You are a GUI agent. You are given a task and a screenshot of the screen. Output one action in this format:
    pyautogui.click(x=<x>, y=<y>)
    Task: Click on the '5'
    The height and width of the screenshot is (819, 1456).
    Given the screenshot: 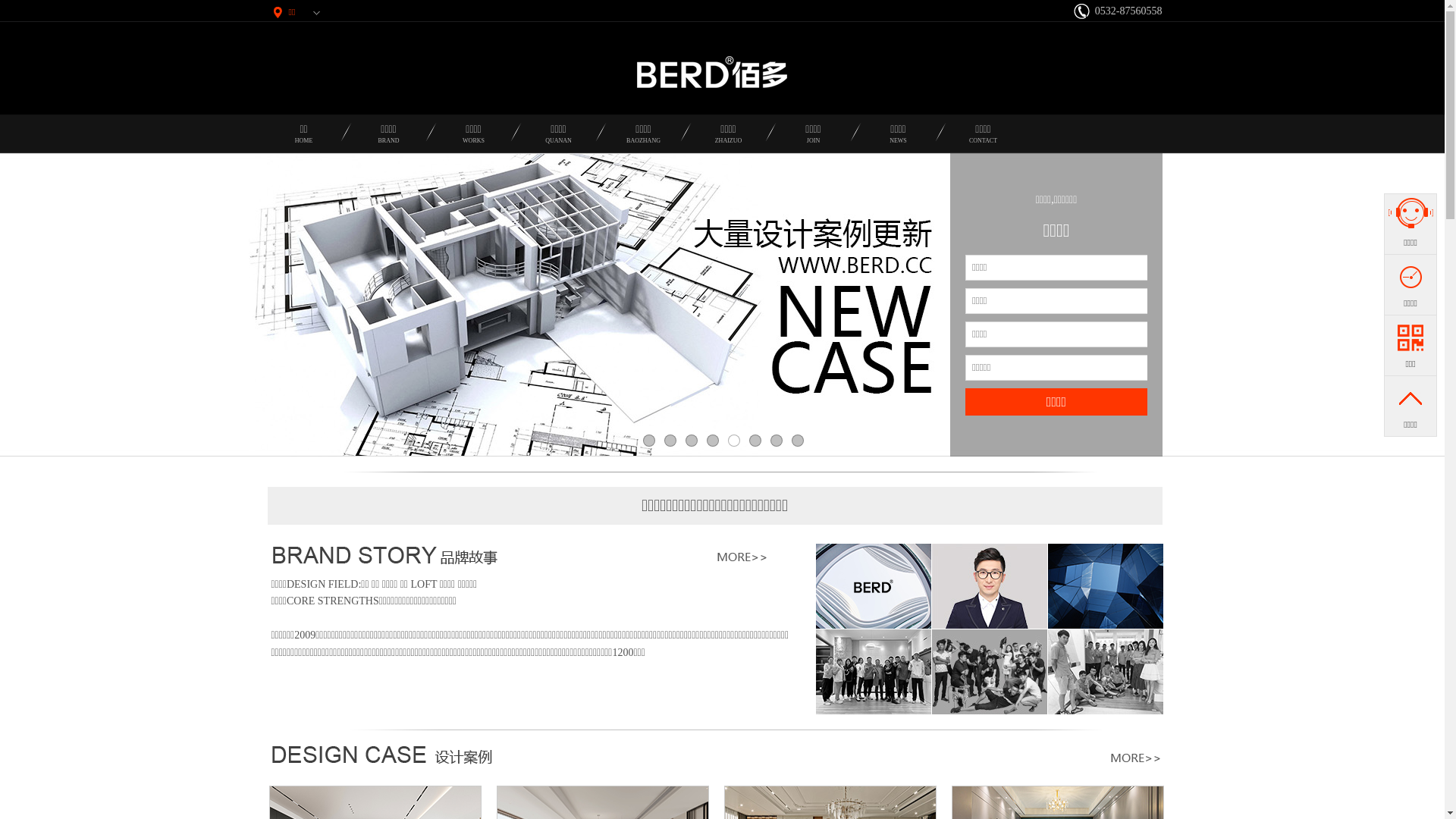 What is the action you would take?
    pyautogui.click(x=734, y=441)
    